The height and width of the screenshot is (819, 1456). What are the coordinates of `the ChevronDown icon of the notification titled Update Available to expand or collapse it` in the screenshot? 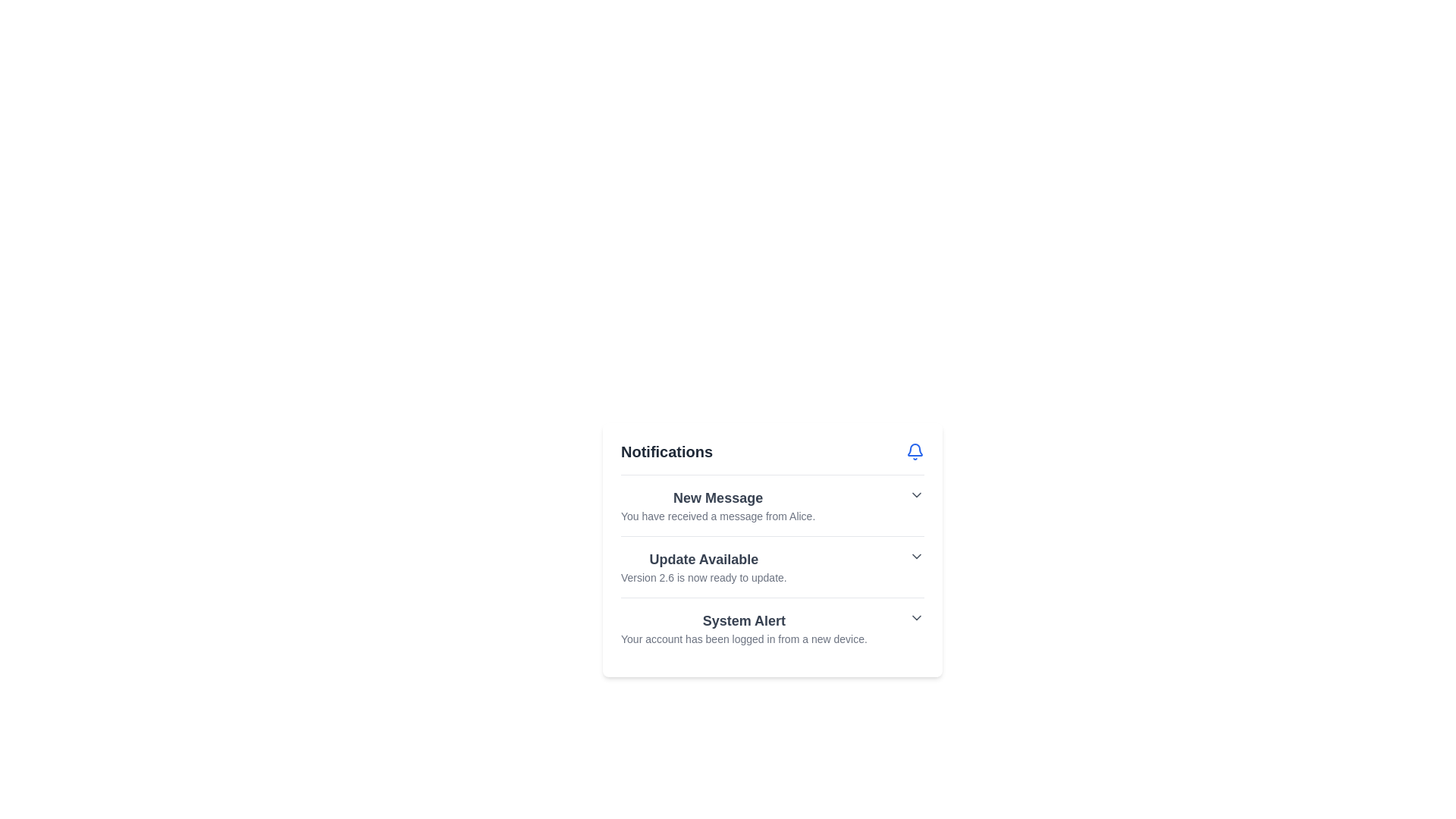 It's located at (916, 556).